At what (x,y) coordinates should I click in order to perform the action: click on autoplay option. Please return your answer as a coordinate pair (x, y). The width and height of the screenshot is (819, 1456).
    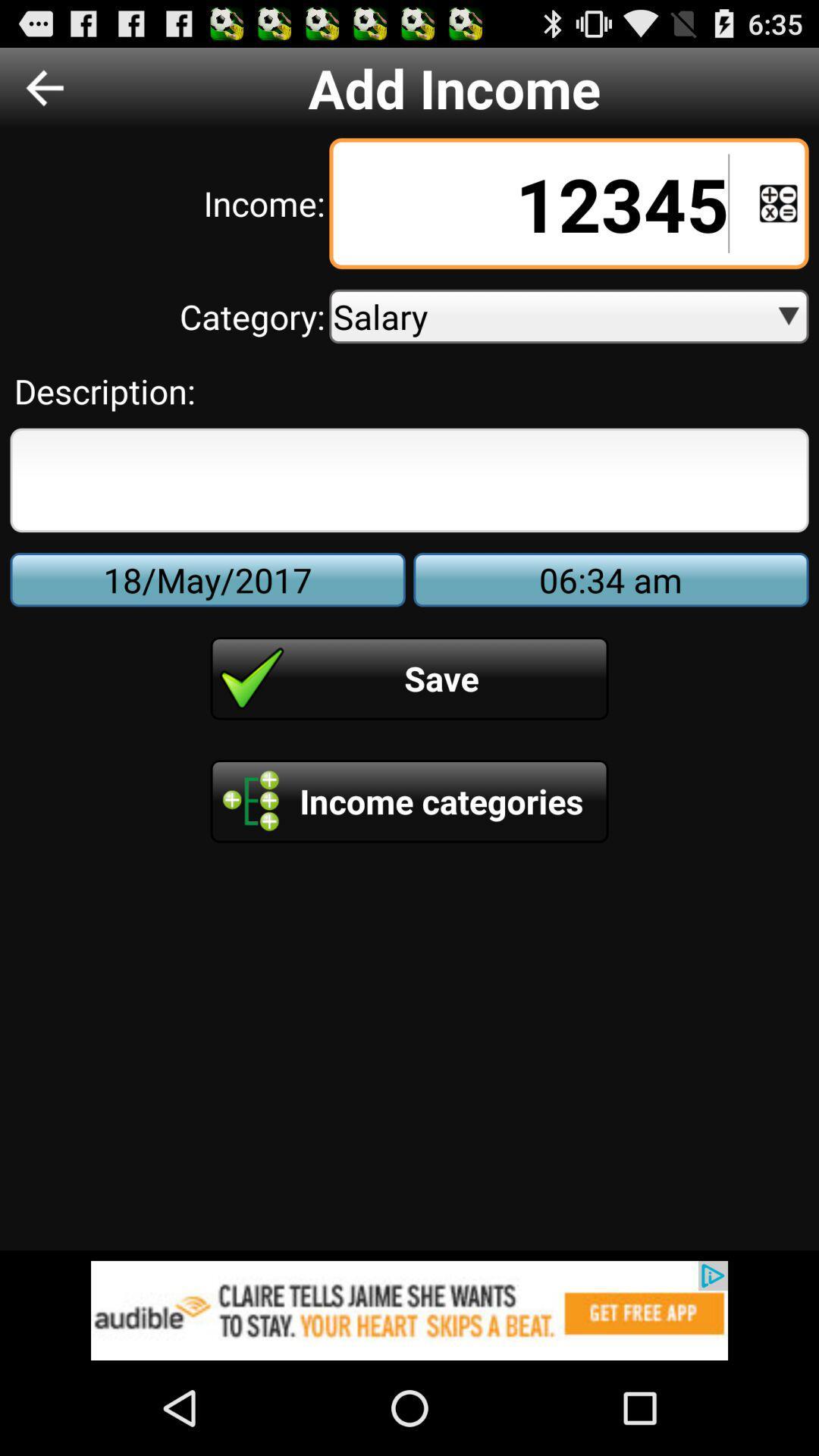
    Looking at the image, I should click on (778, 202).